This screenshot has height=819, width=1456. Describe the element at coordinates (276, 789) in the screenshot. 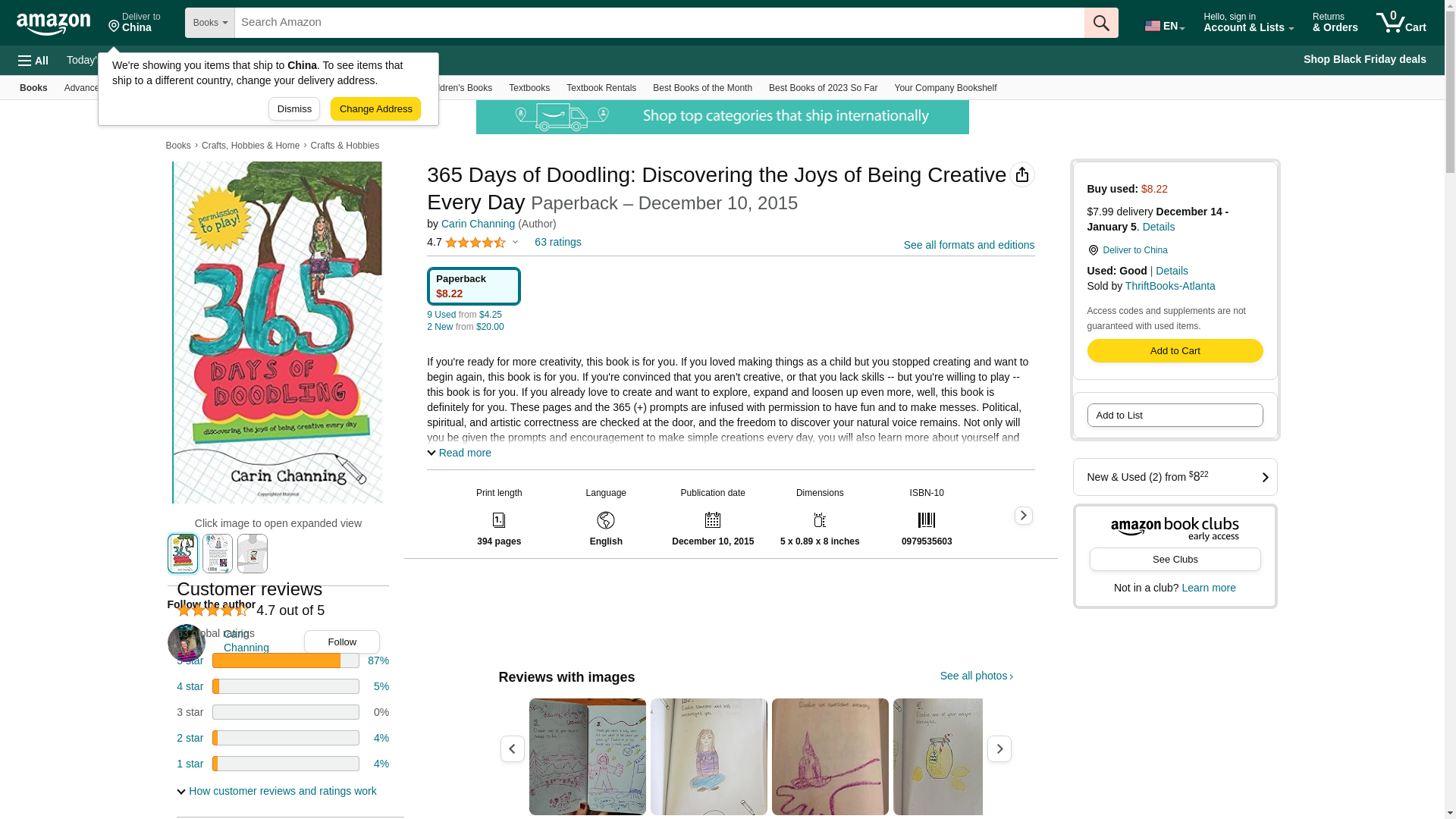

I see `'How customer reviews and ratings work'` at that location.